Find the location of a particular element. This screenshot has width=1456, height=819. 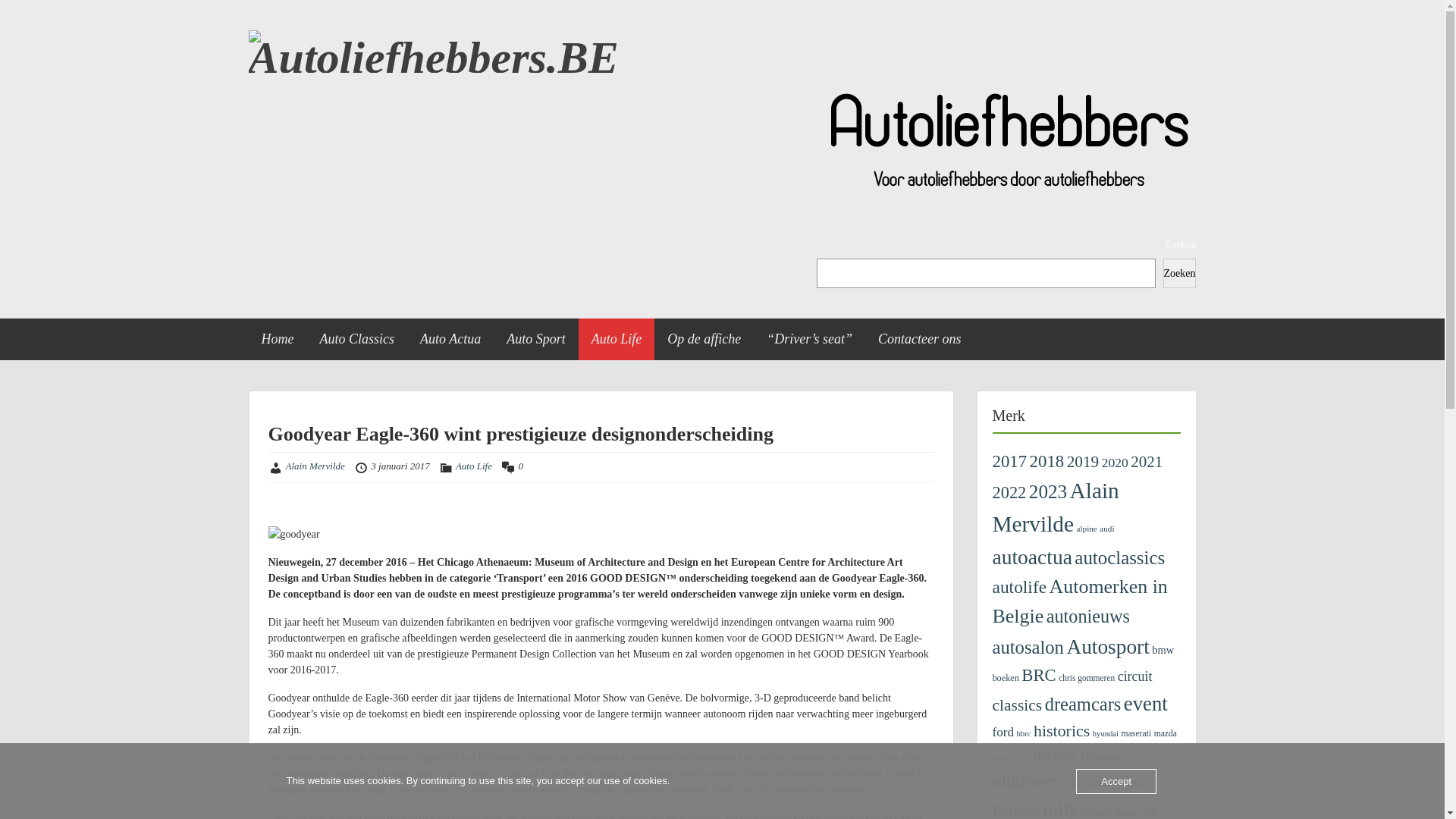

'Auto Life' is located at coordinates (472, 465).